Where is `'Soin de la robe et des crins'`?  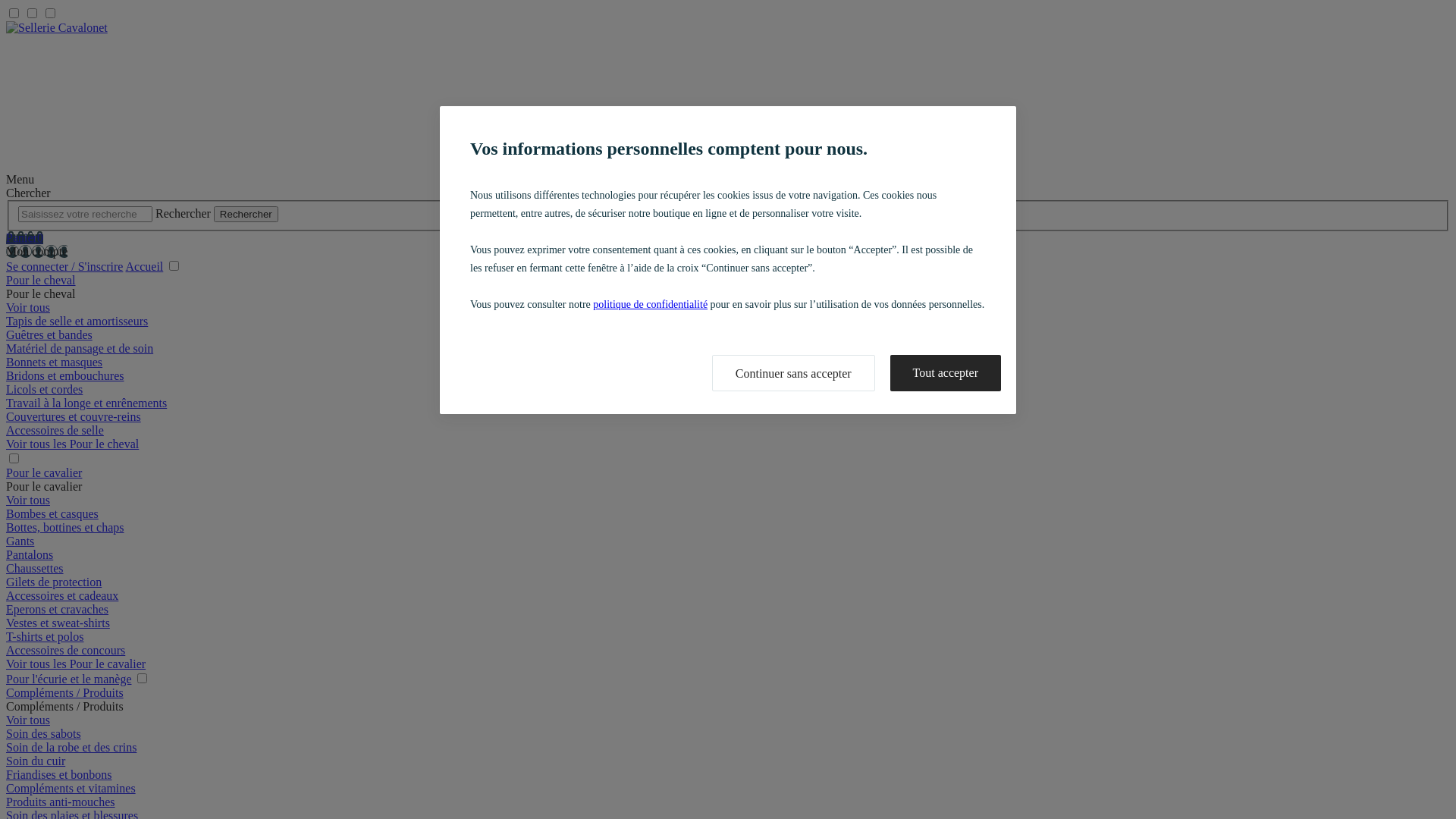
'Soin de la robe et des crins' is located at coordinates (6, 746).